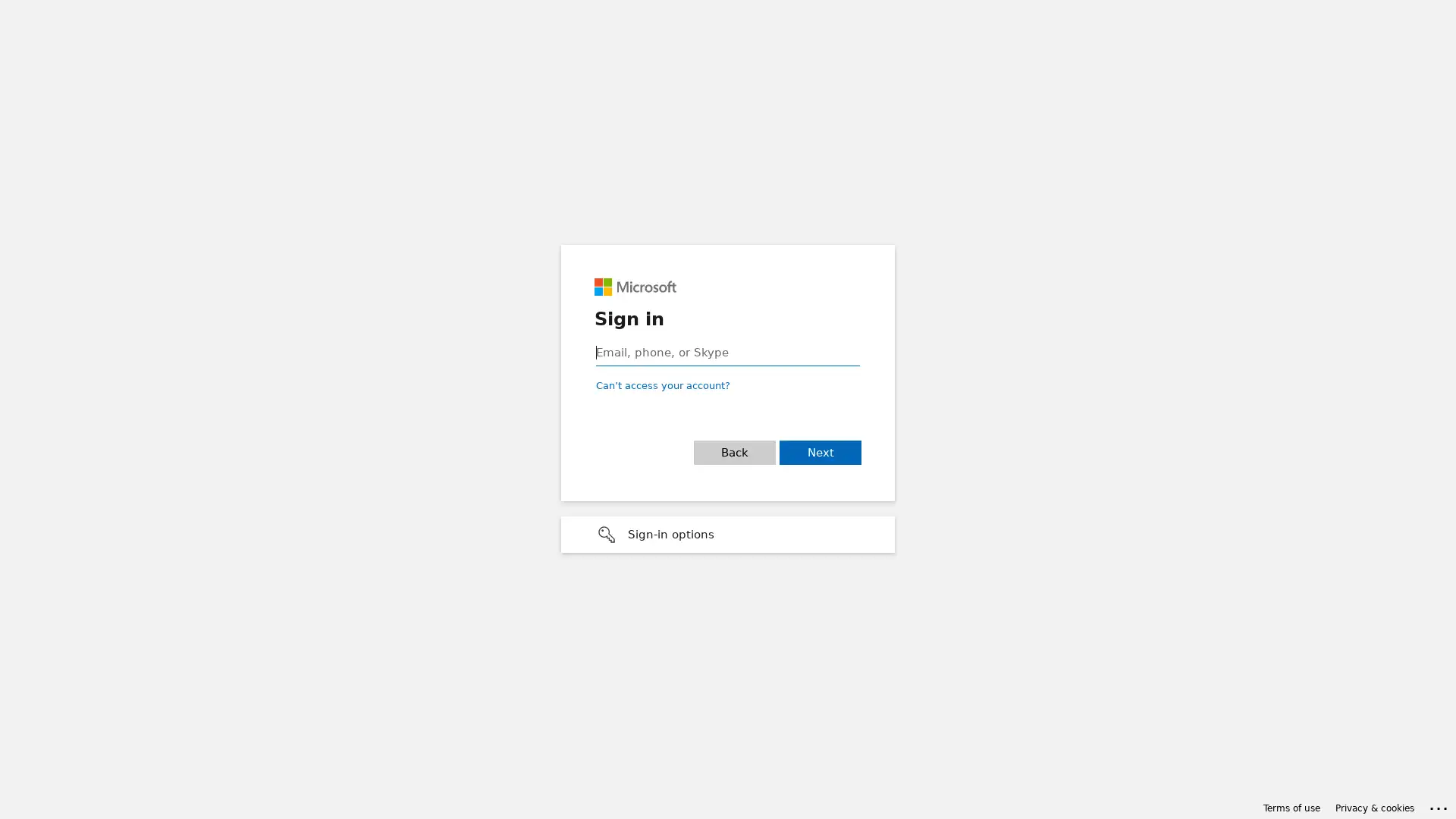  Describe the element at coordinates (735, 452) in the screenshot. I see `Back` at that location.